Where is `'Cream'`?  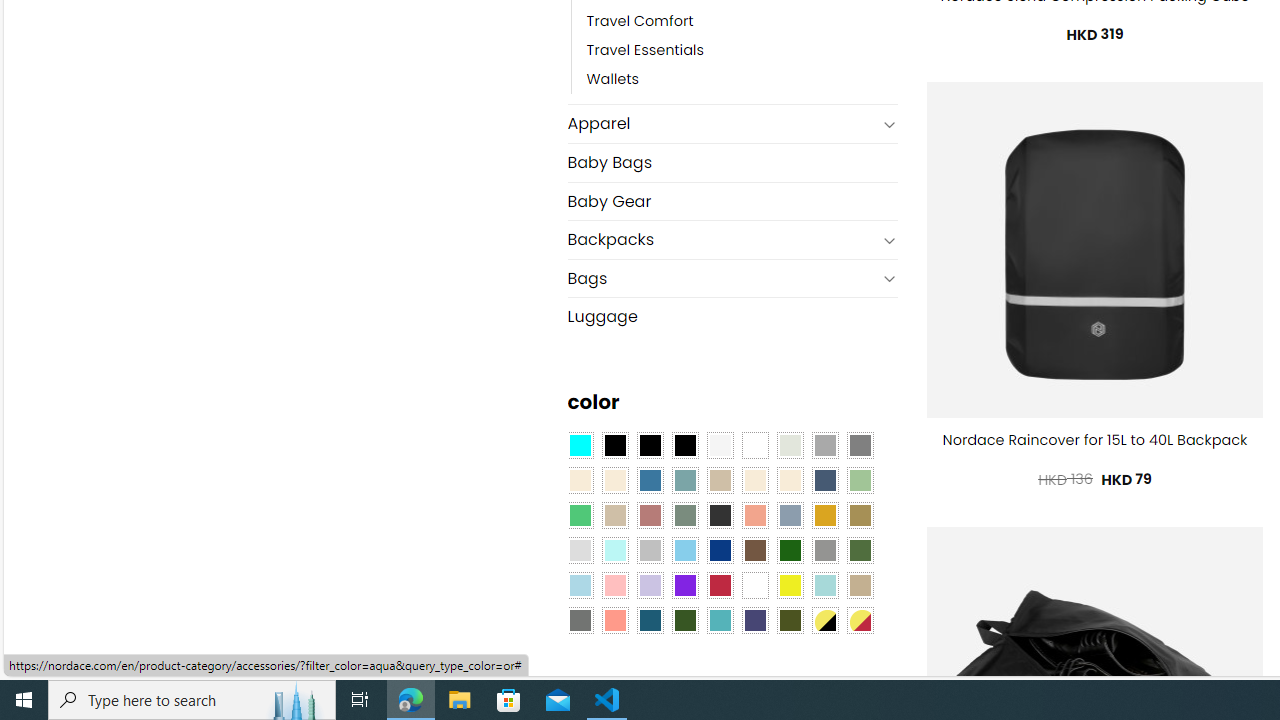
'Cream' is located at coordinates (788, 480).